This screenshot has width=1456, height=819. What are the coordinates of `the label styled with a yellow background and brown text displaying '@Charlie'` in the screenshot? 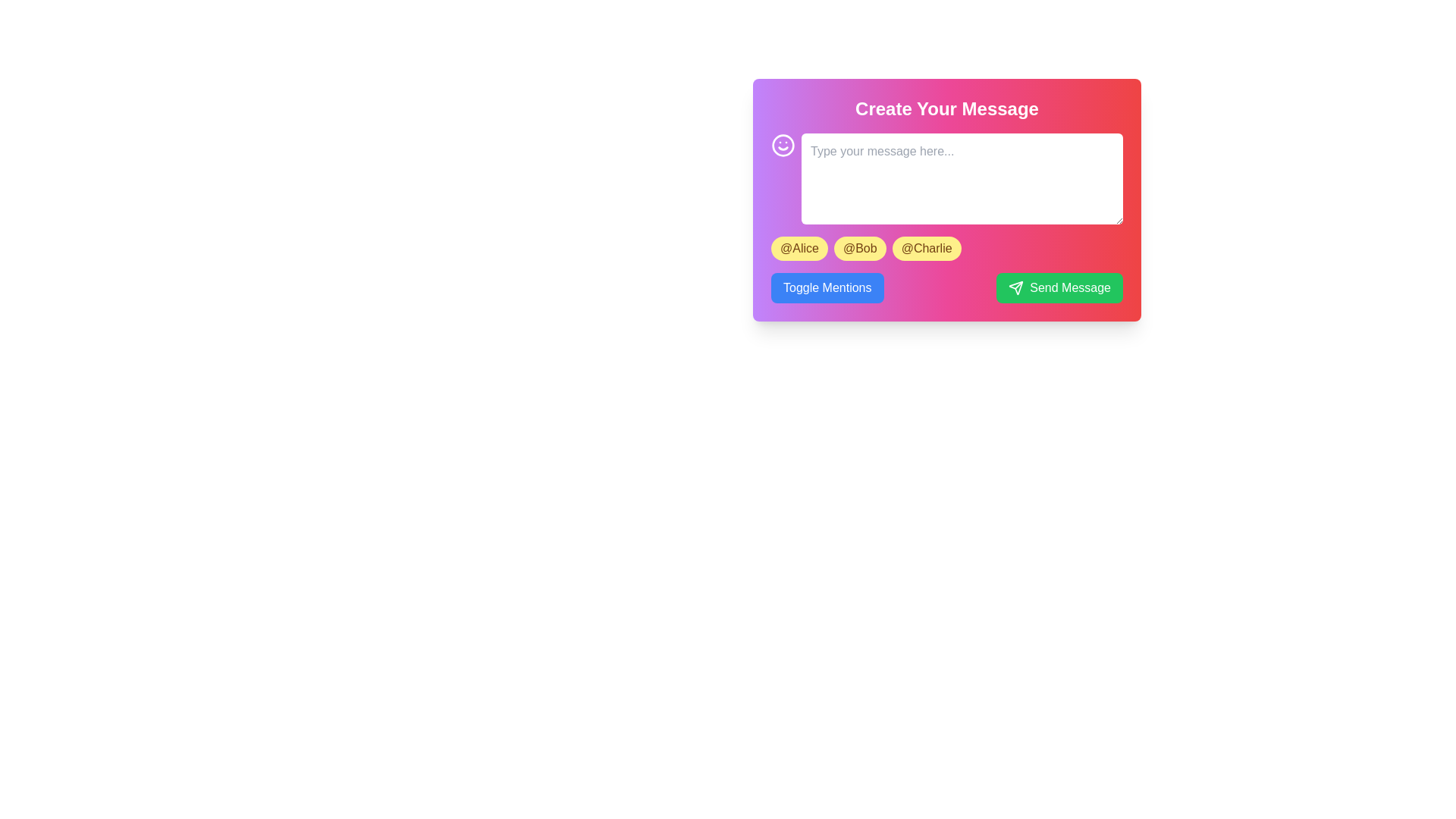 It's located at (926, 247).